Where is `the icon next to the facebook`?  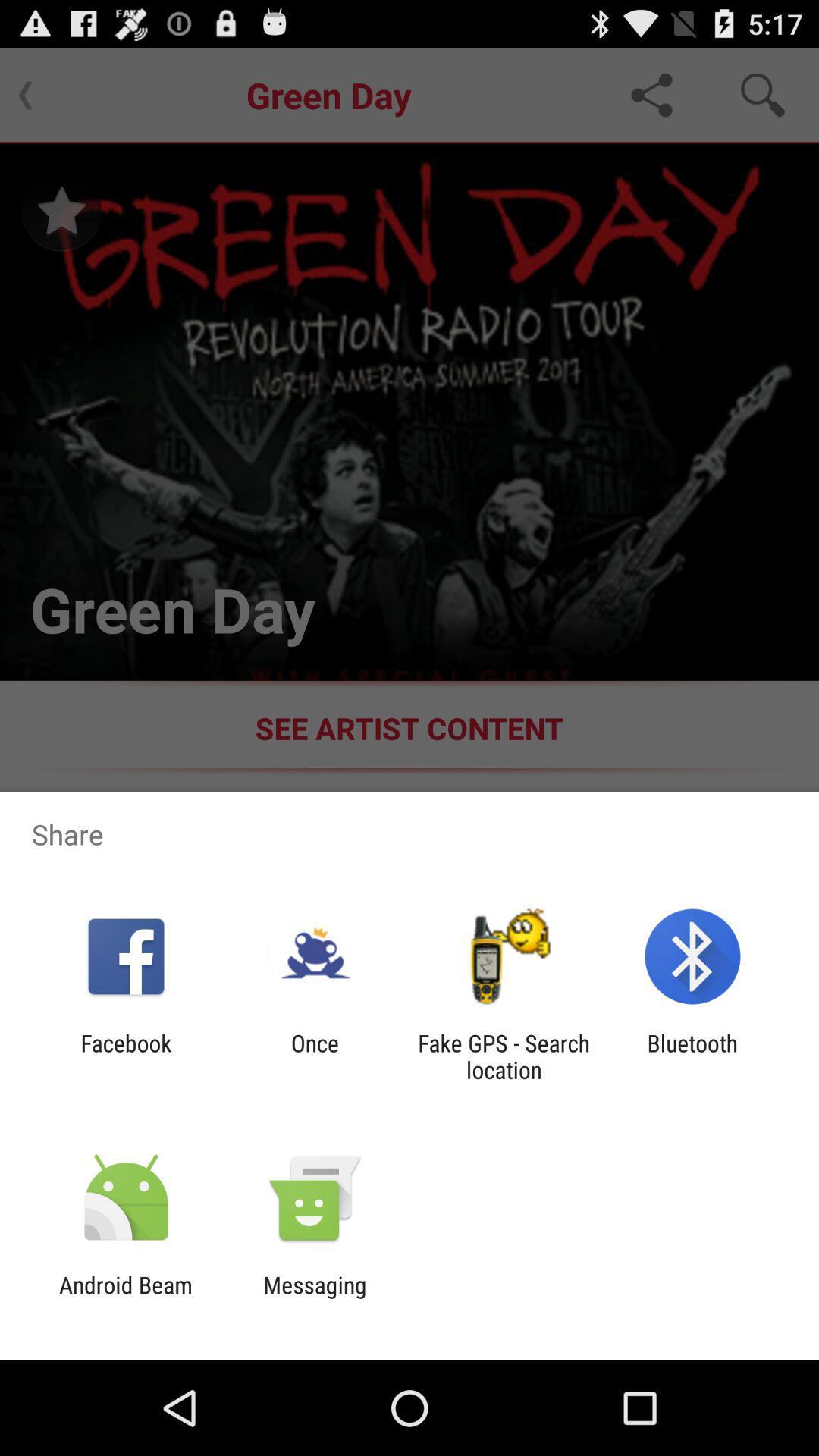
the icon next to the facebook is located at coordinates (314, 1056).